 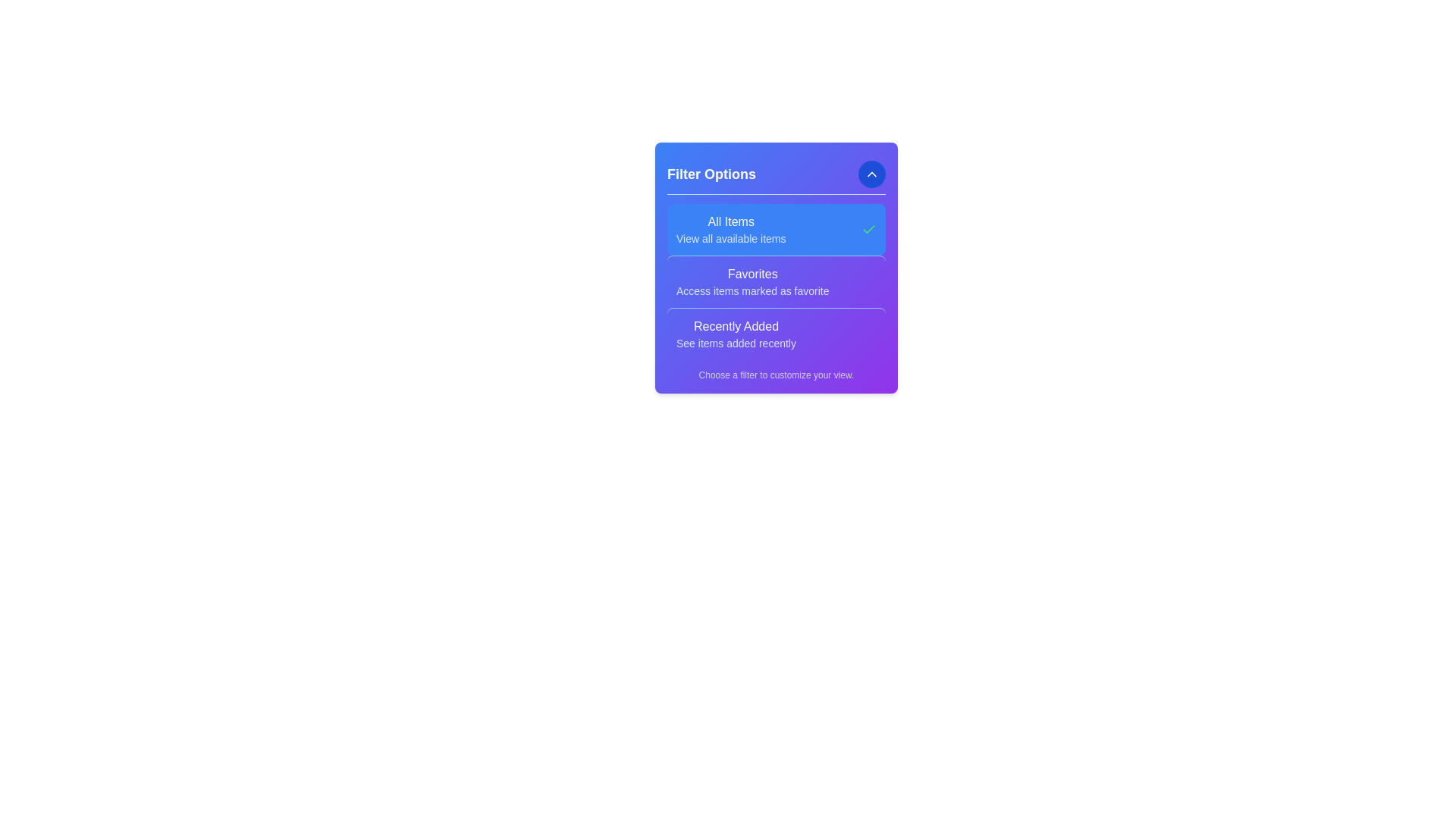 I want to click on the filter option All Items from the menu, so click(x=731, y=230).